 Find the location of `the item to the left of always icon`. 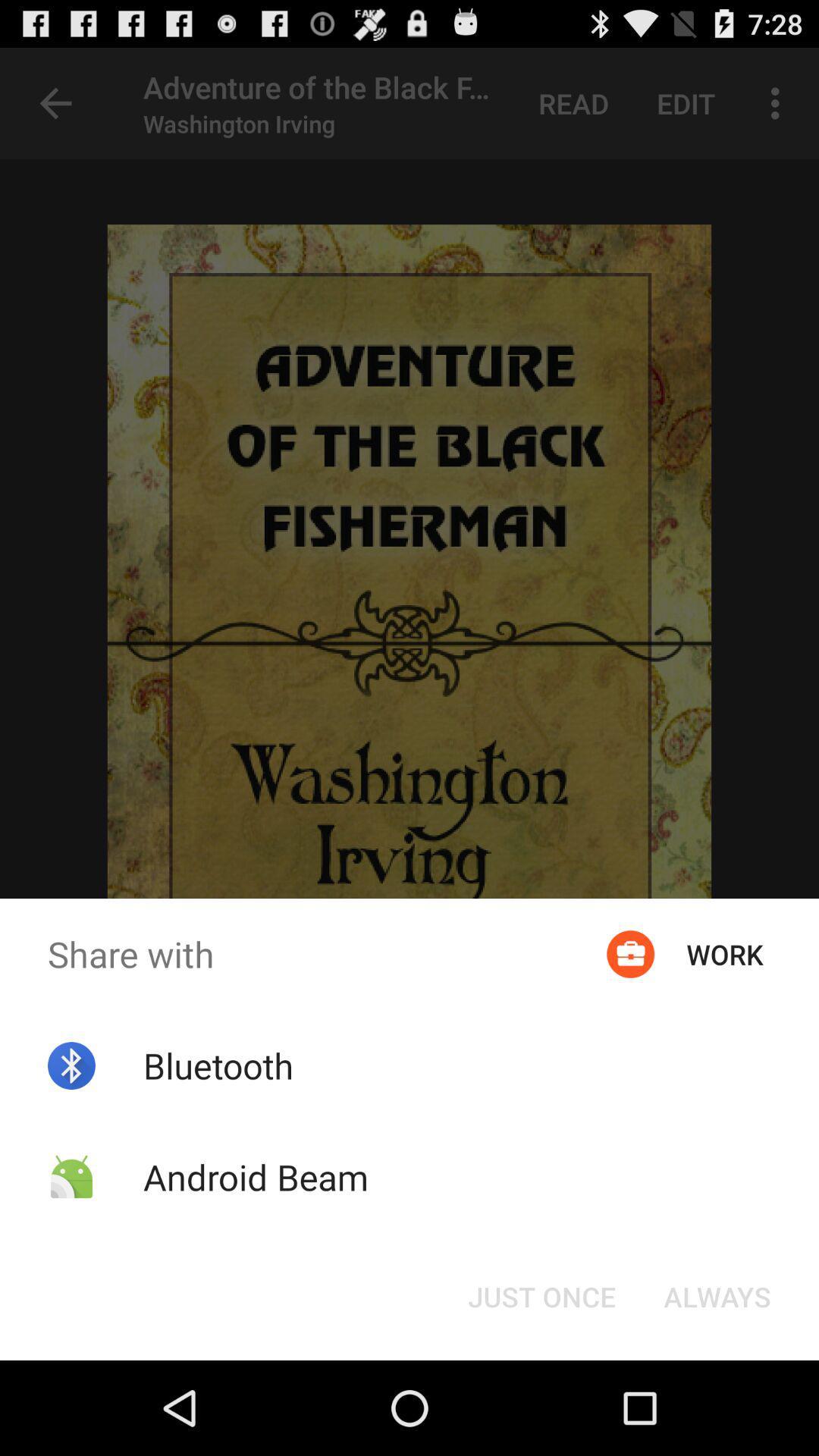

the item to the left of always icon is located at coordinates (541, 1295).